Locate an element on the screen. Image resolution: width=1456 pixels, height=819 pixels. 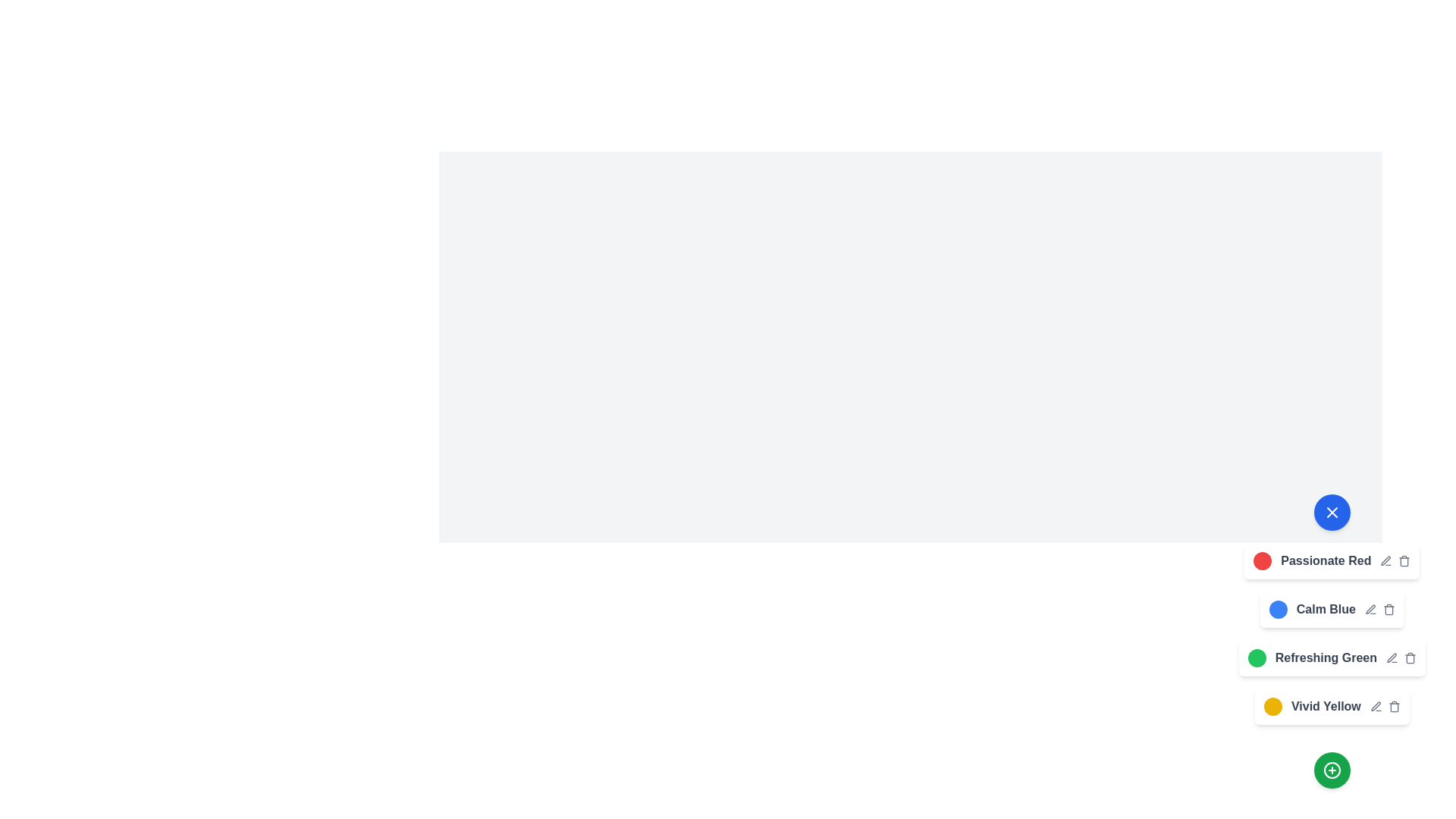
edit button next to the color theme named Passionate Red is located at coordinates (1386, 561).